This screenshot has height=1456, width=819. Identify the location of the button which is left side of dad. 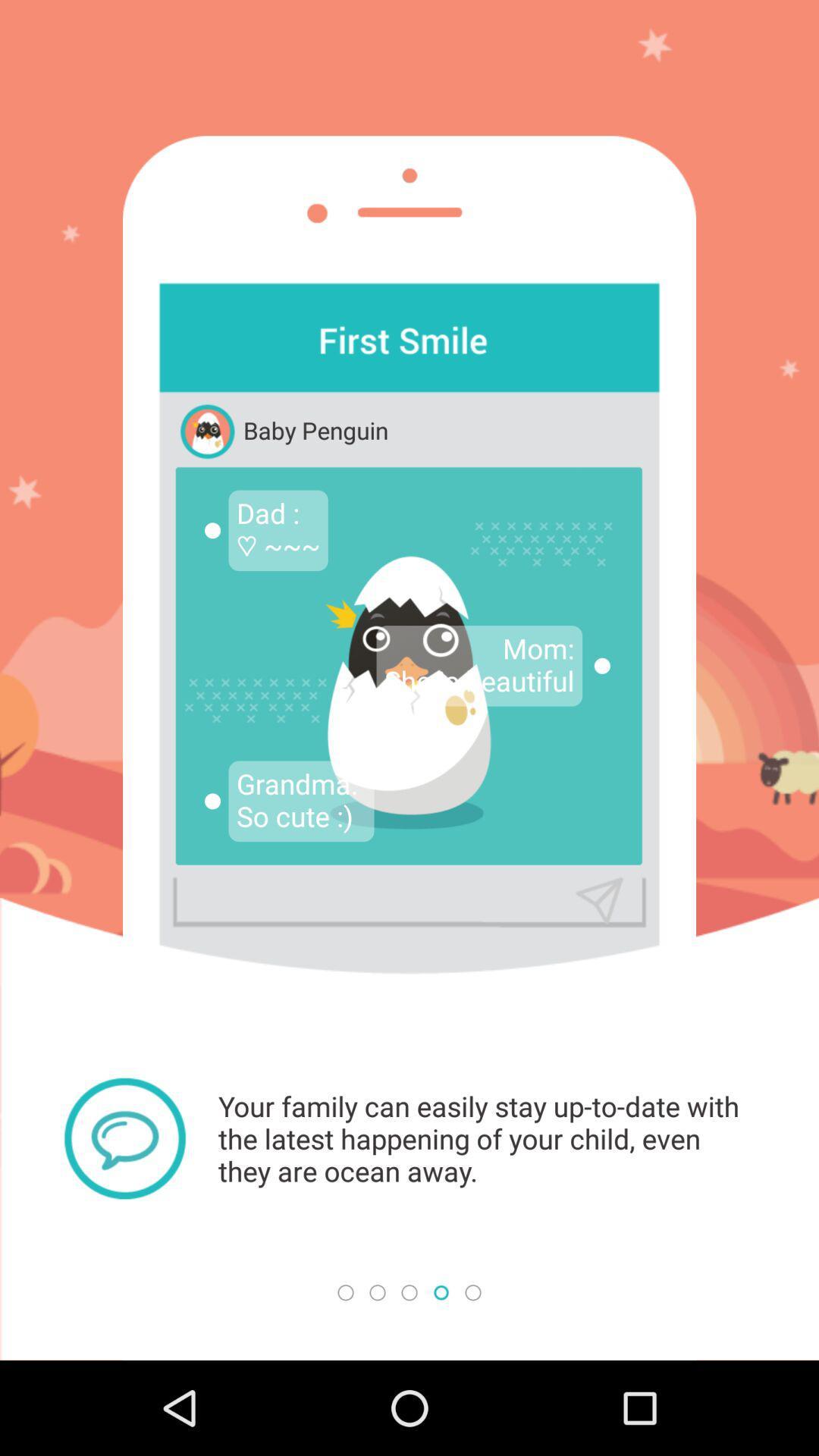
(212, 530).